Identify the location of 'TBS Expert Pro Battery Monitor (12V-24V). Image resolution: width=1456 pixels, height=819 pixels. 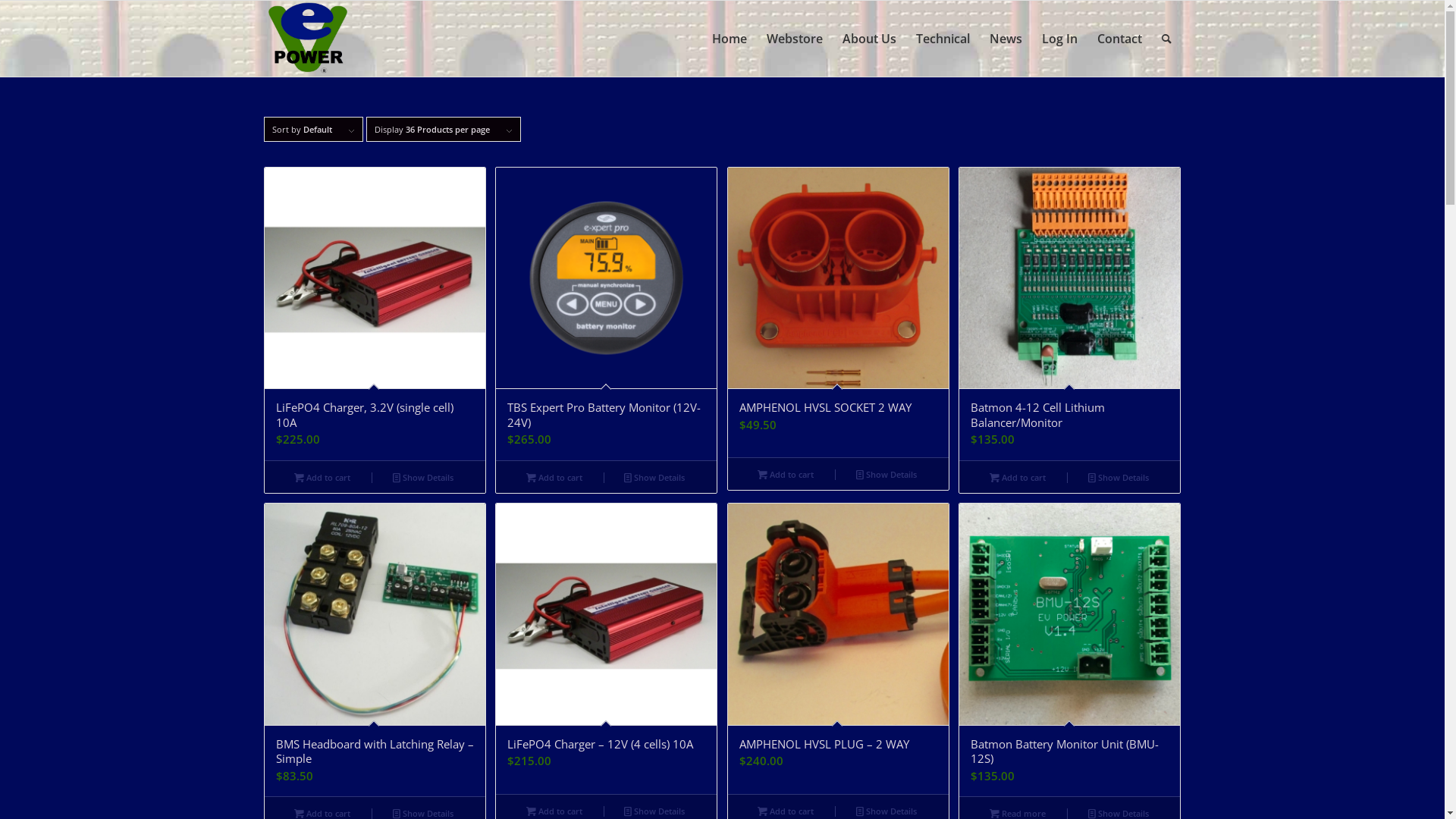
(605, 312).